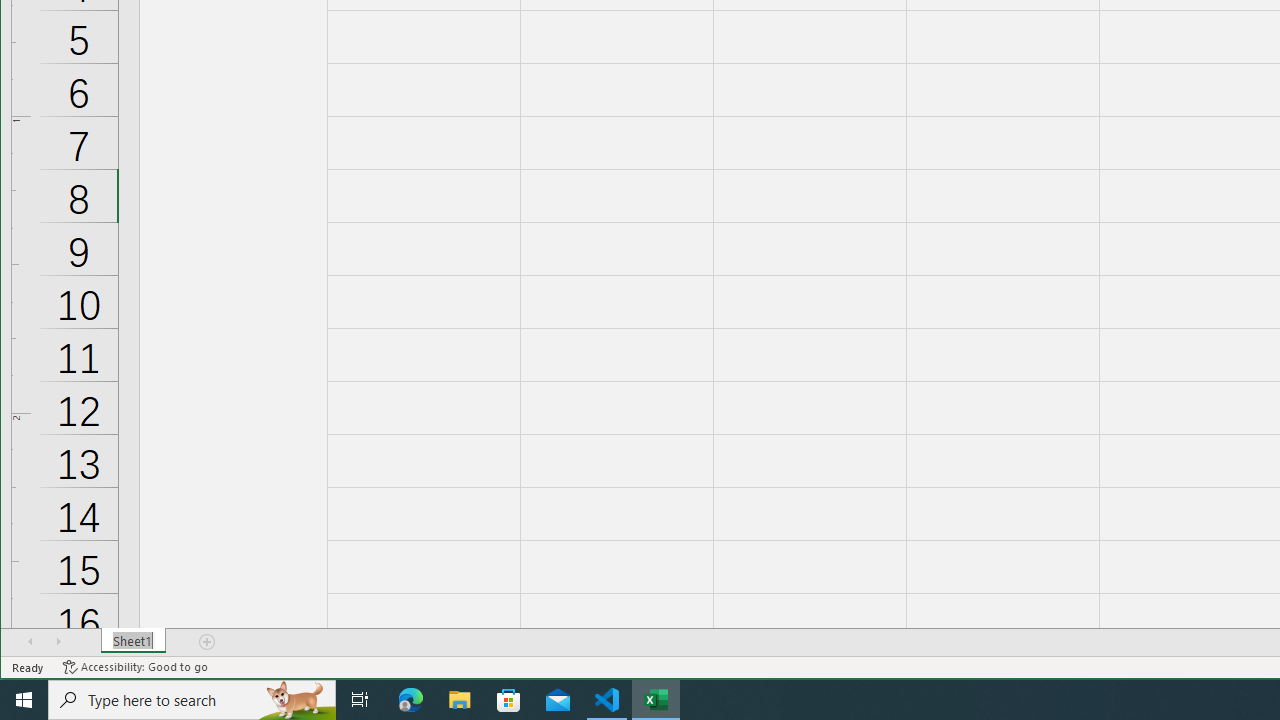 The width and height of the screenshot is (1280, 720). I want to click on 'Start', so click(24, 698).